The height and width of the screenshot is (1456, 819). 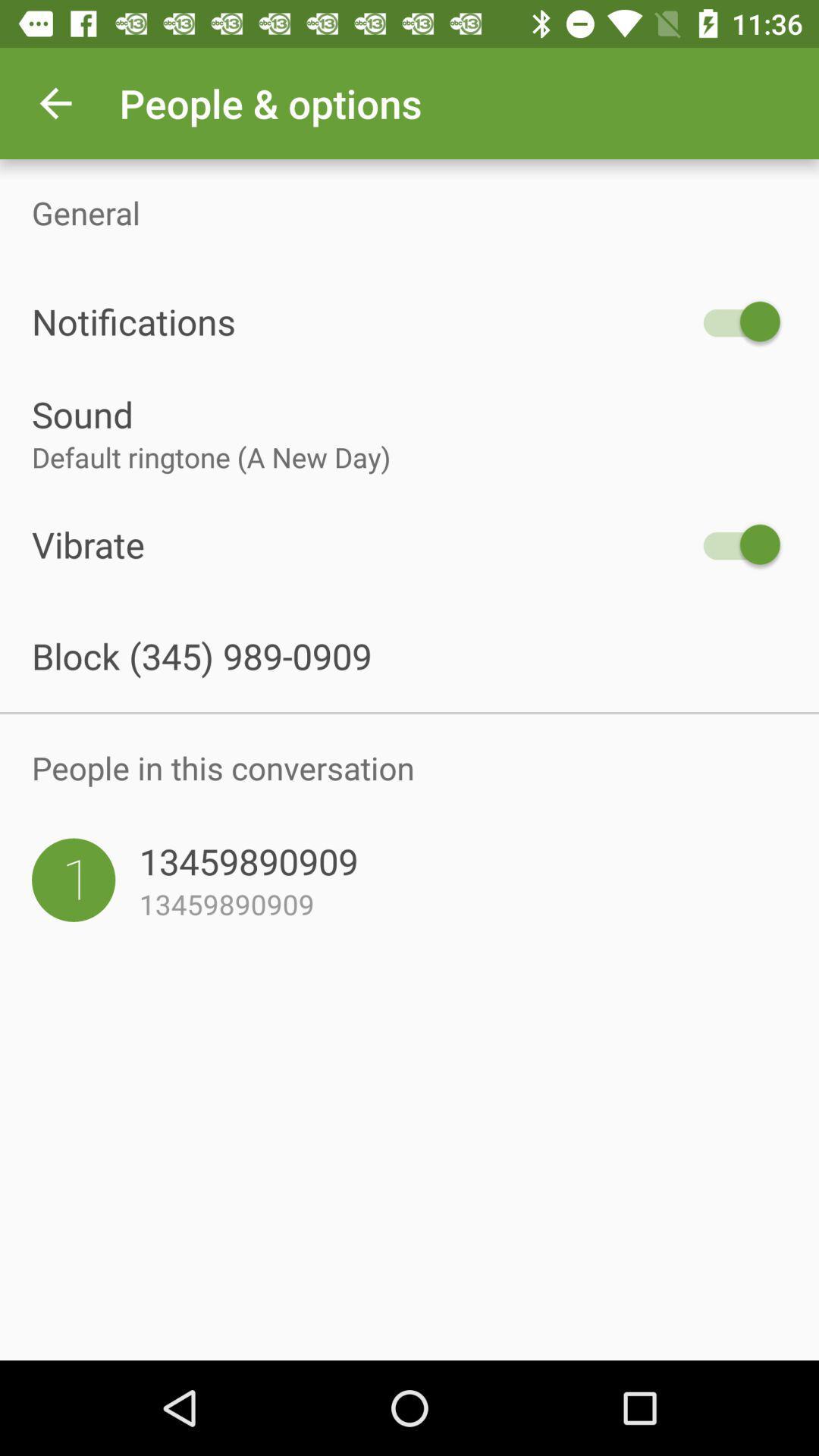 I want to click on the icon next to the people & options, so click(x=55, y=102).